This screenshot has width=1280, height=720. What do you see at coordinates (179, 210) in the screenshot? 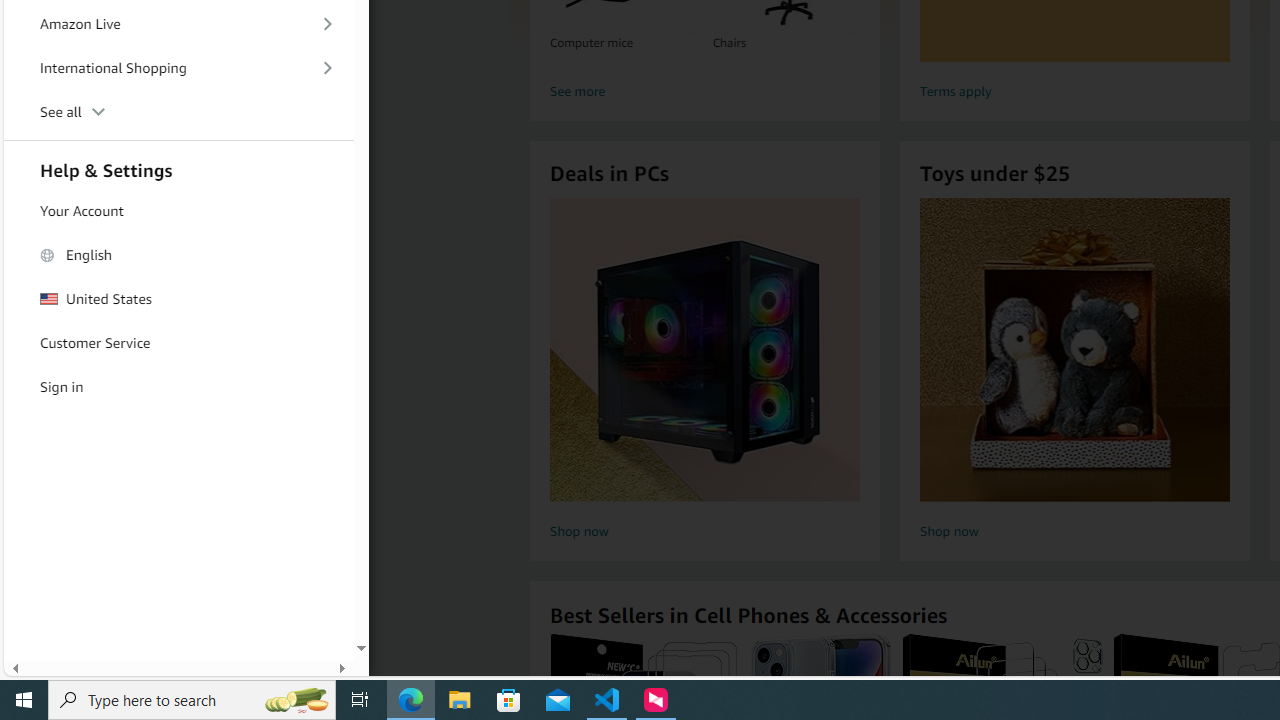
I see `'Your Account'` at bounding box center [179, 210].